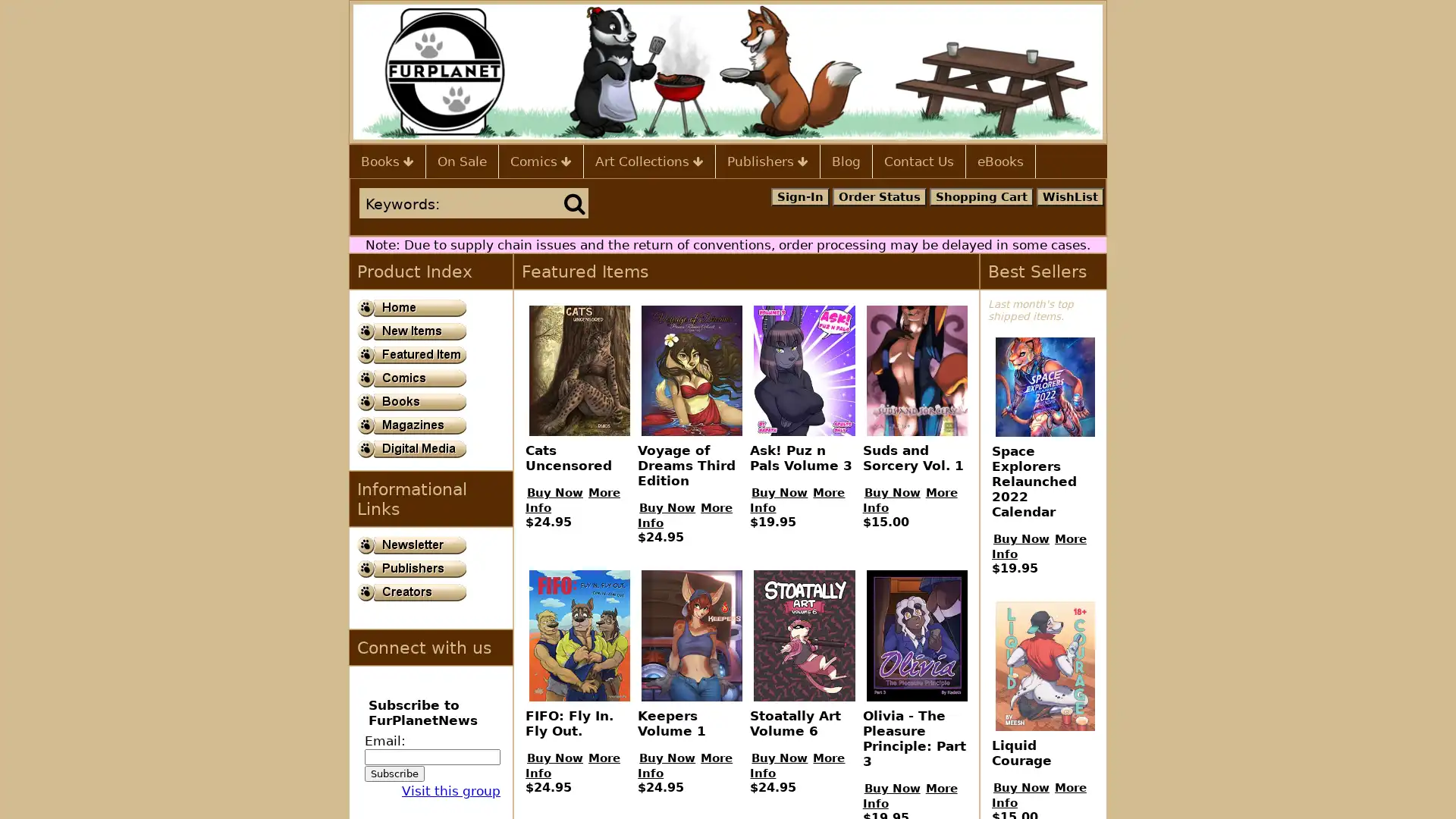  Describe the element at coordinates (1069, 195) in the screenshot. I see `WishList` at that location.